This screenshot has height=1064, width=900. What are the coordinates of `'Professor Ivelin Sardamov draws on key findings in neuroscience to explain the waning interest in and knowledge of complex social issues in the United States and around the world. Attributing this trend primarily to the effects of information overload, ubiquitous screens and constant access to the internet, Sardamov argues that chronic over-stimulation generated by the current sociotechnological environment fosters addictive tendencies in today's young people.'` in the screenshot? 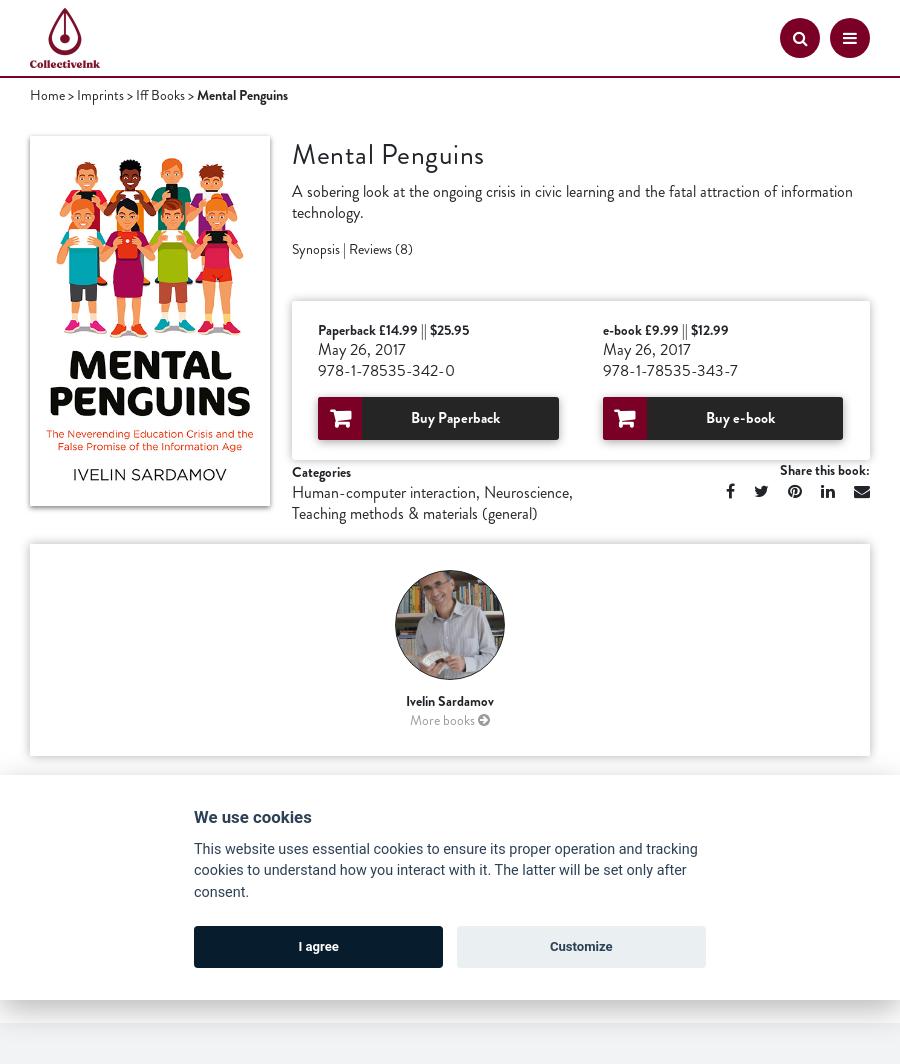 It's located at (438, 940).